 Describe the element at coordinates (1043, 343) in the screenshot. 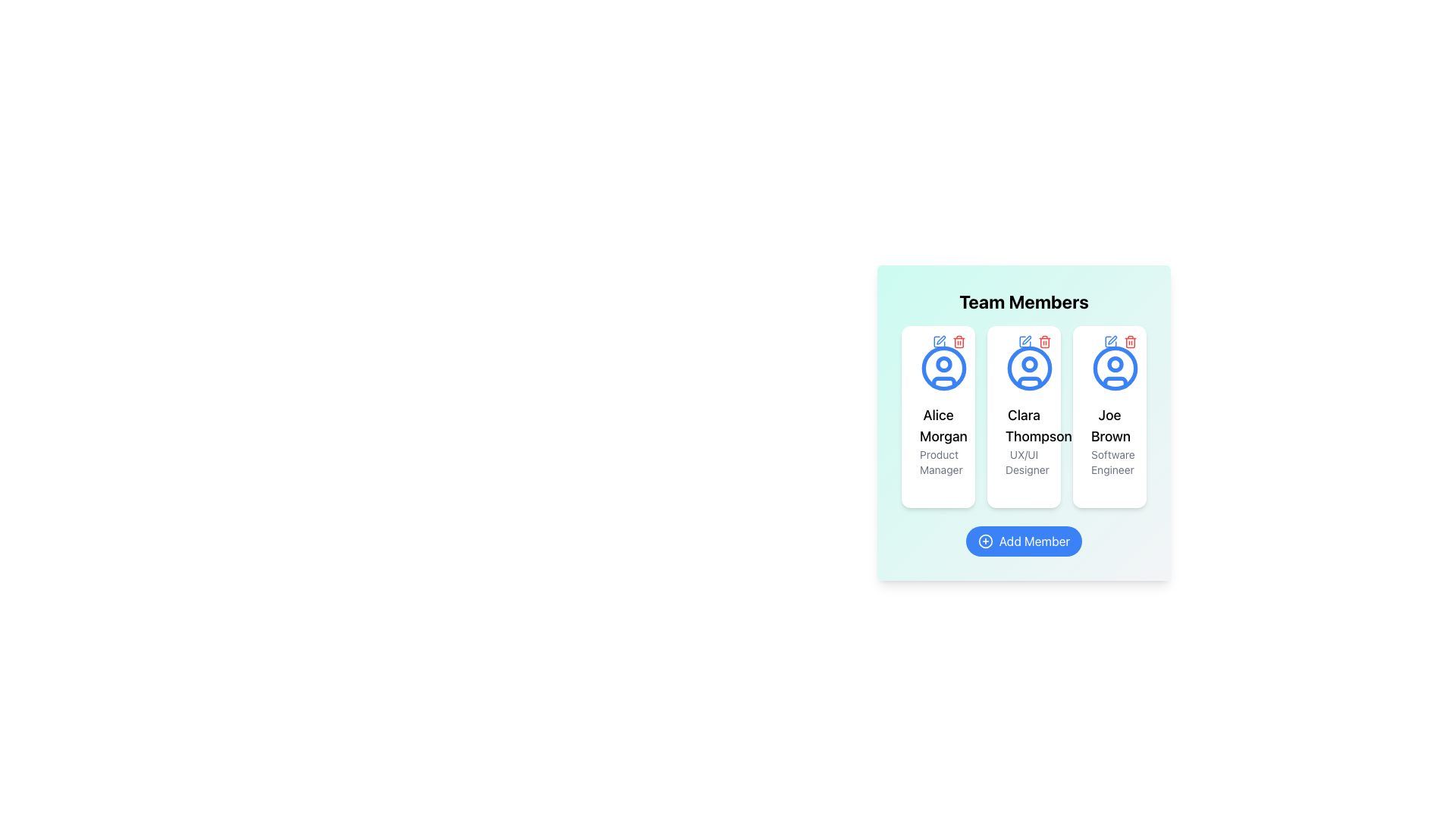

I see `the trash bin icon located in the upper-right corner of the profile card for 'Clara Thompson UX/UI Designer'` at that location.